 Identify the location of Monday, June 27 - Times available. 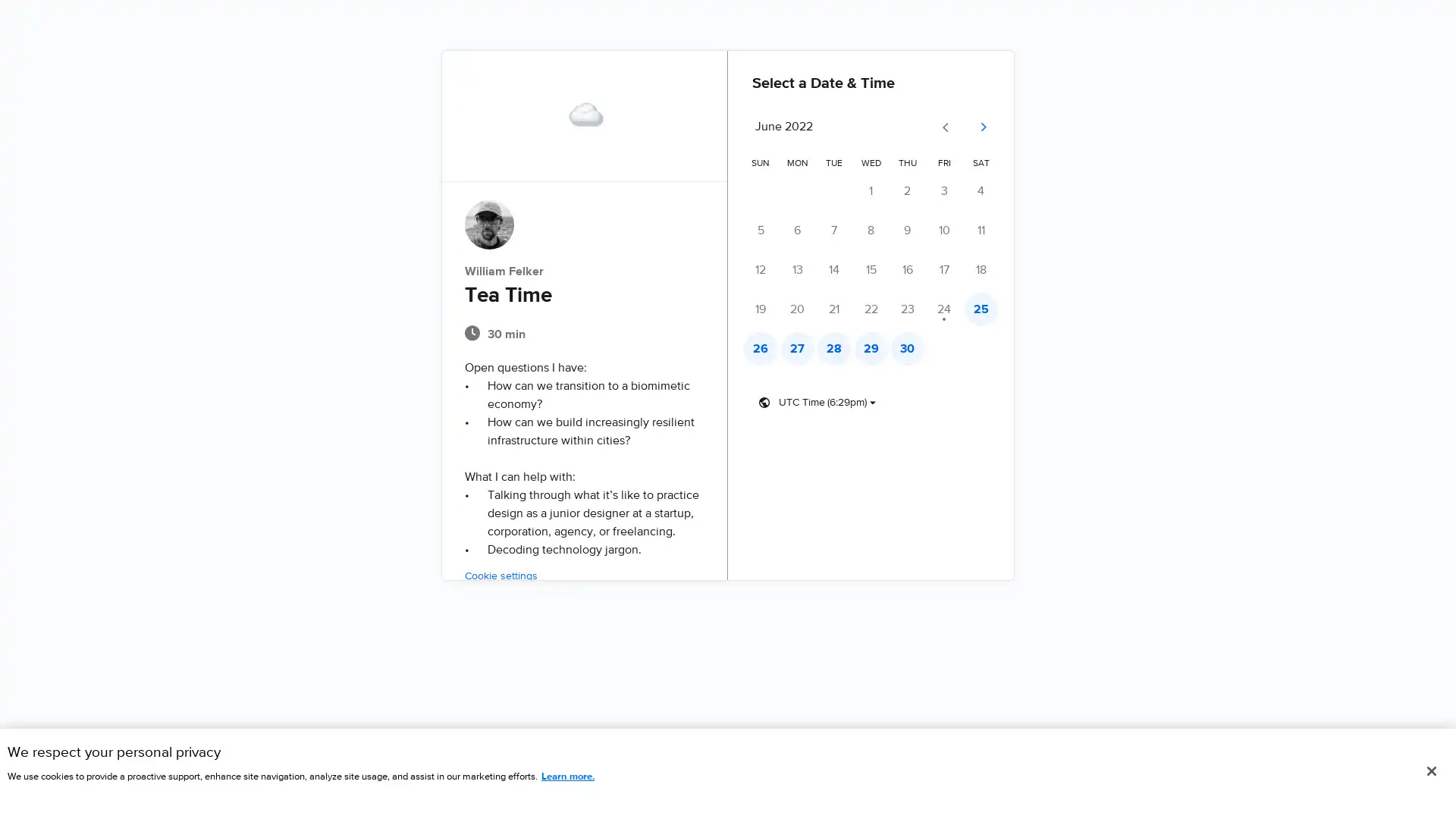
(800, 348).